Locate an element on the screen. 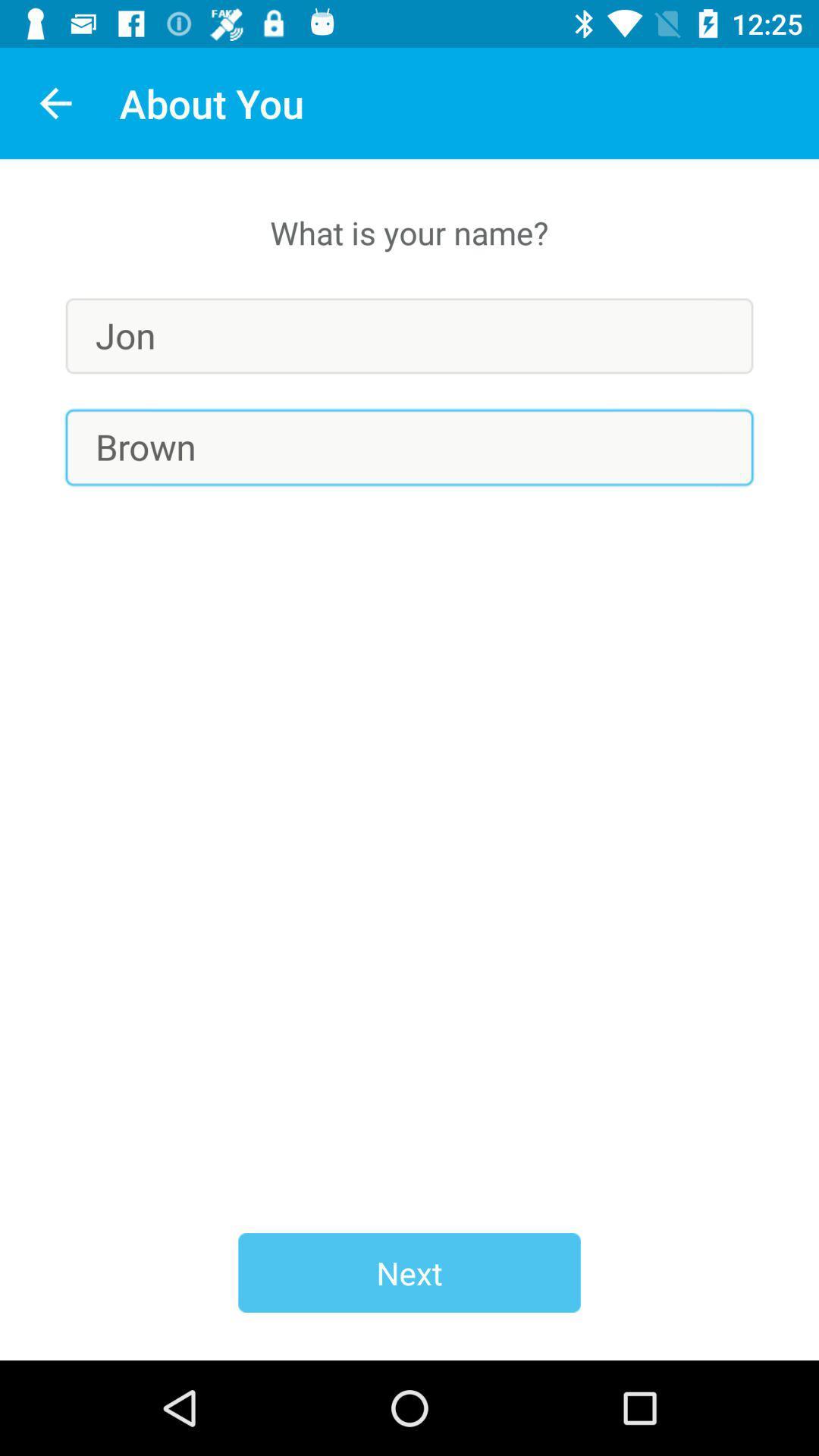 Image resolution: width=819 pixels, height=1456 pixels. the jon is located at coordinates (409, 335).